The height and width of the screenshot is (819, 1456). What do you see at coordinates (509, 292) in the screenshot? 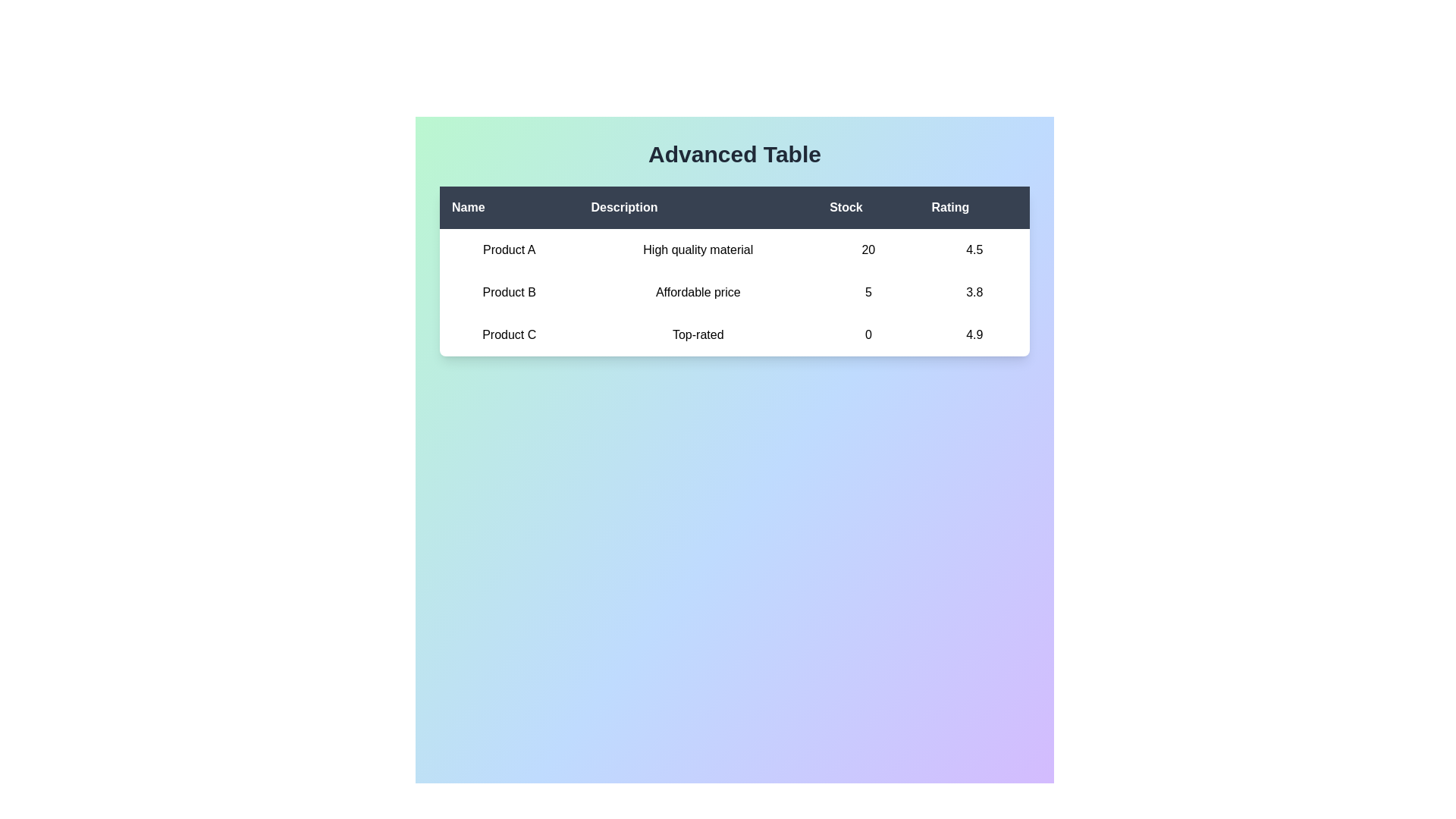
I see `text displayed in the Text Label for 'Product B', located in the second row and first column of the data table under the 'Name' header` at bounding box center [509, 292].